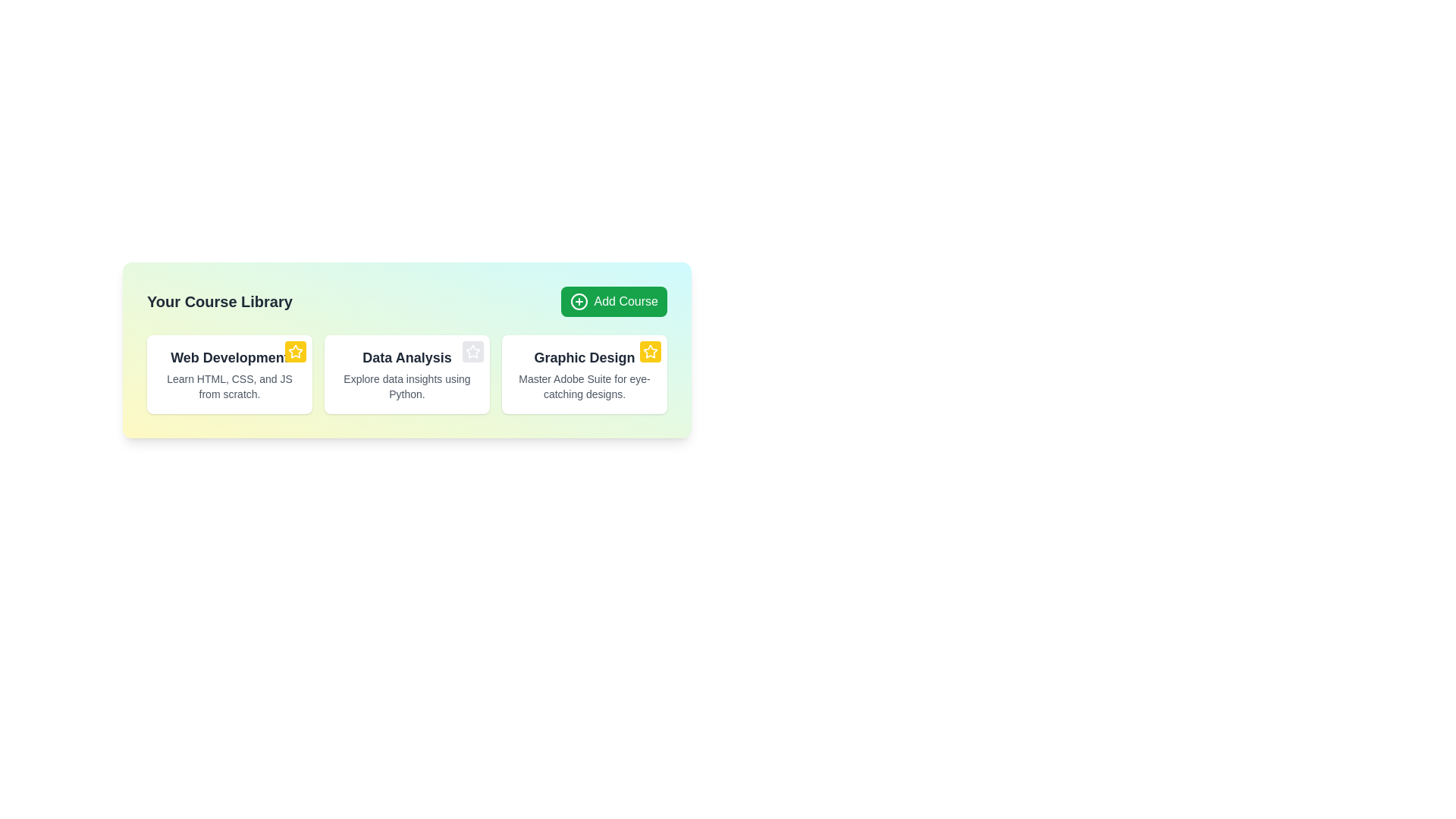  I want to click on the graphical circle that outlines the plus sign icon within the 'Add Course' button, located at the top-right of the interface, so click(578, 301).